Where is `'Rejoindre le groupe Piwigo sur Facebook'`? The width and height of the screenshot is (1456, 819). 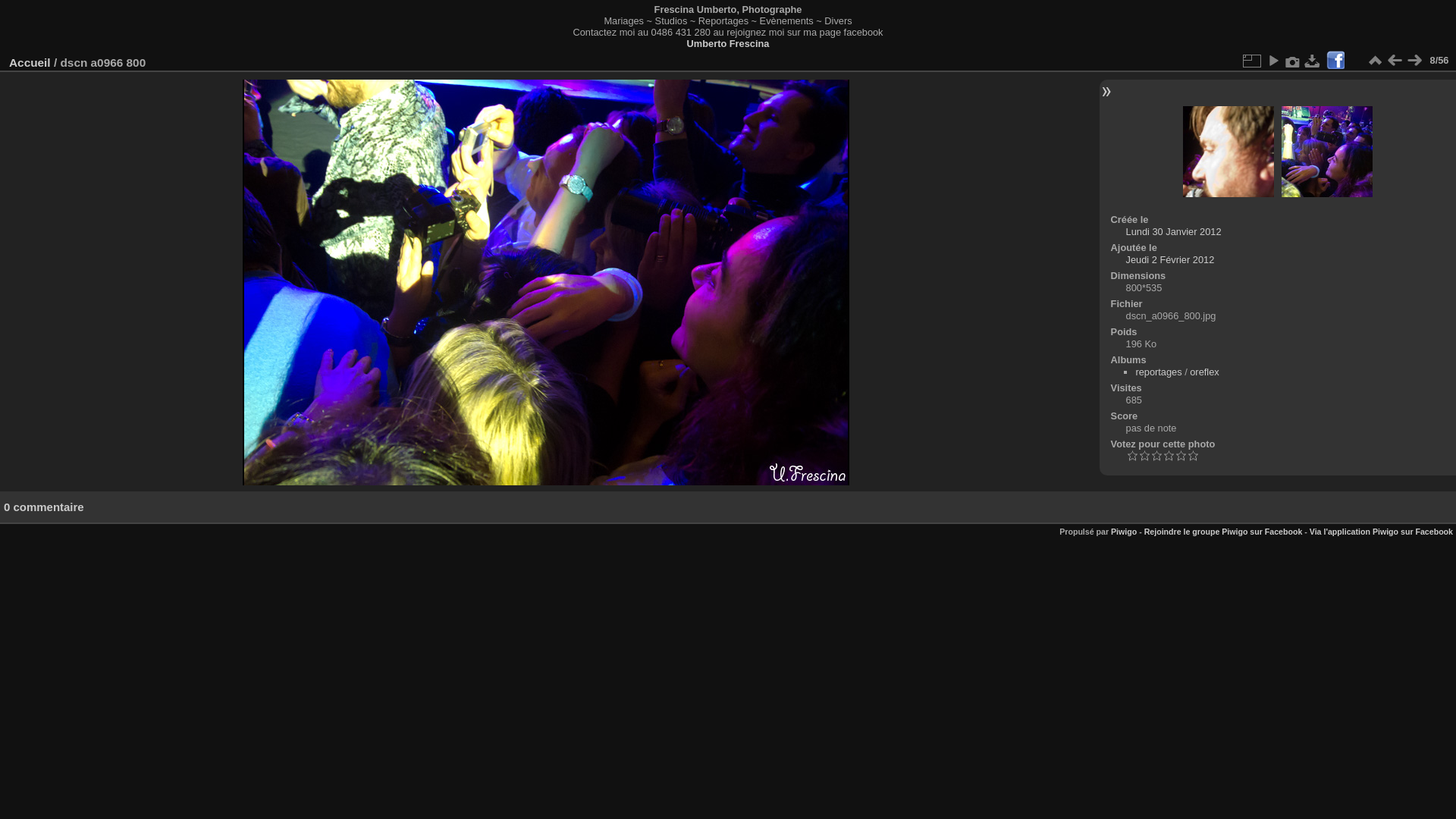
'Rejoindre le groupe Piwigo sur Facebook' is located at coordinates (1223, 531).